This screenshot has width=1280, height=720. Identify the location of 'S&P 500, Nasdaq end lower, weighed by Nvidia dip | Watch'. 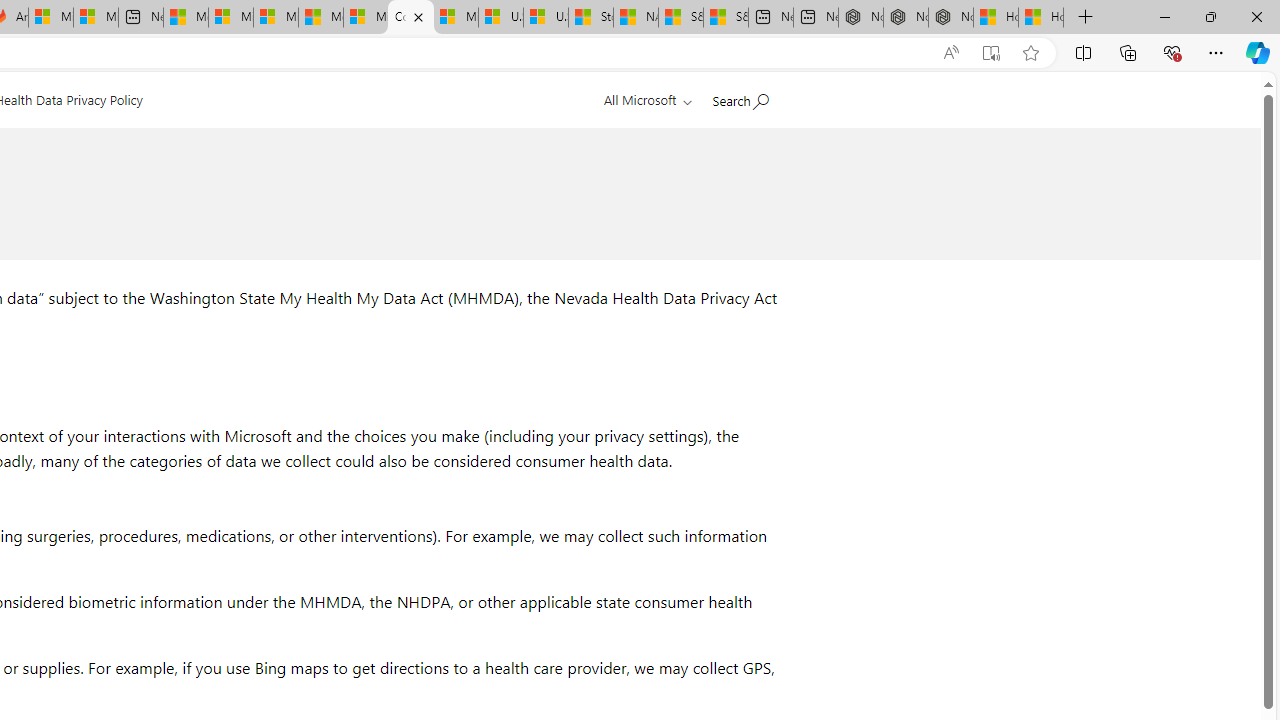
(724, 17).